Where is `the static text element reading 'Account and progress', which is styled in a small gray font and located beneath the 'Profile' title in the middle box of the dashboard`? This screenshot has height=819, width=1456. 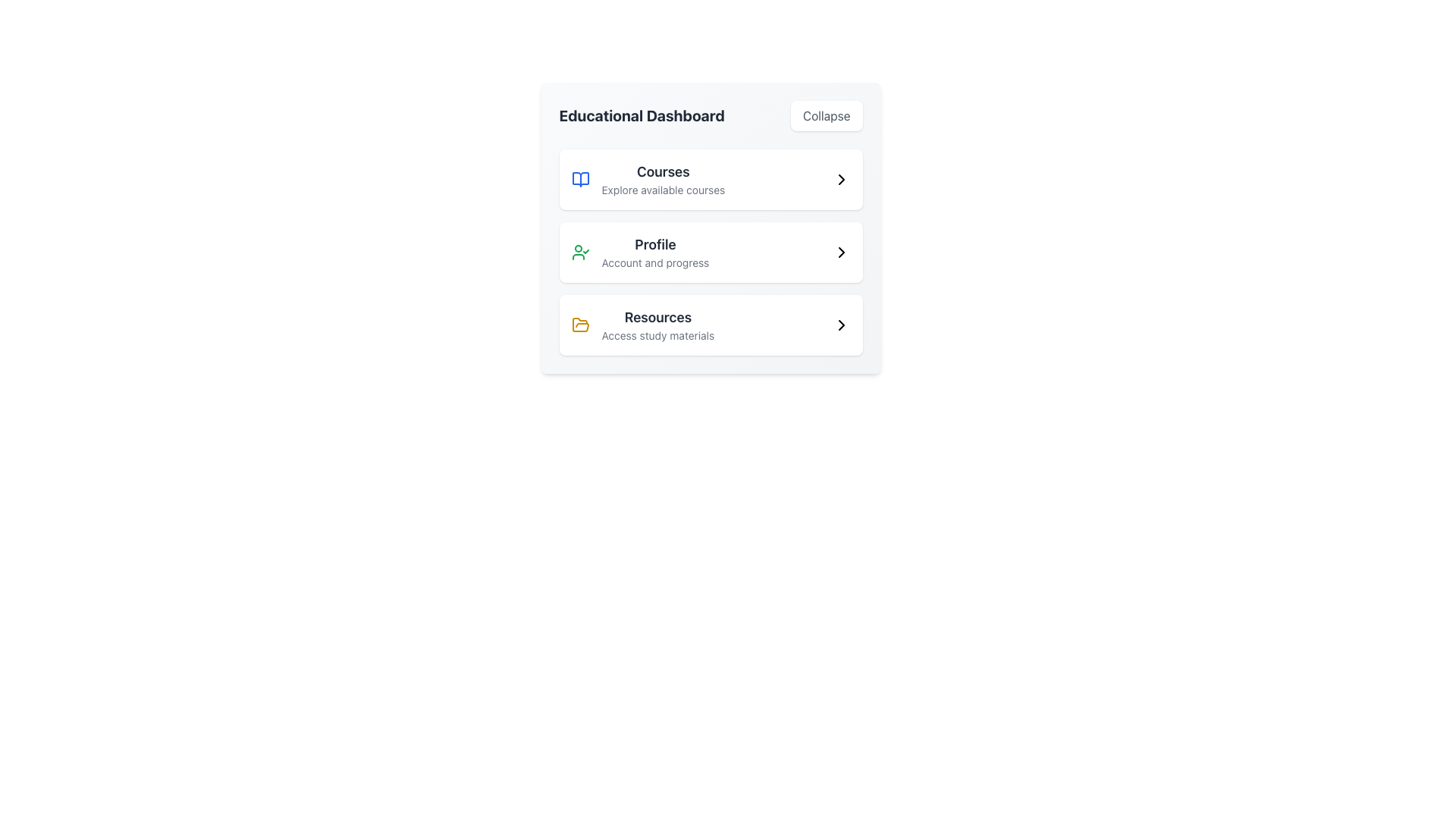
the static text element reading 'Account and progress', which is styled in a small gray font and located beneath the 'Profile' title in the middle box of the dashboard is located at coordinates (655, 262).